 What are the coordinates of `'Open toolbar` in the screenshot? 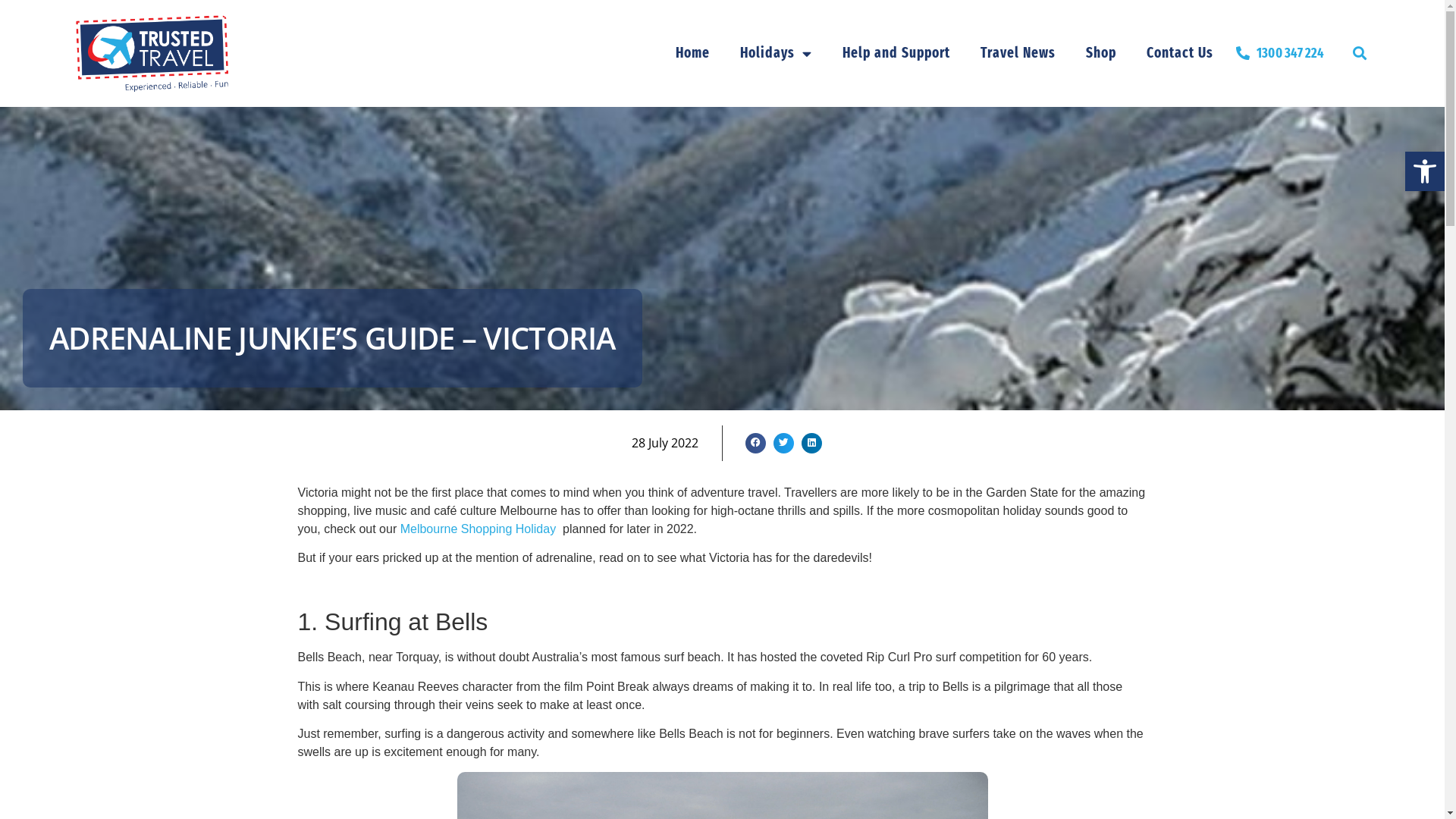 It's located at (1423, 171).